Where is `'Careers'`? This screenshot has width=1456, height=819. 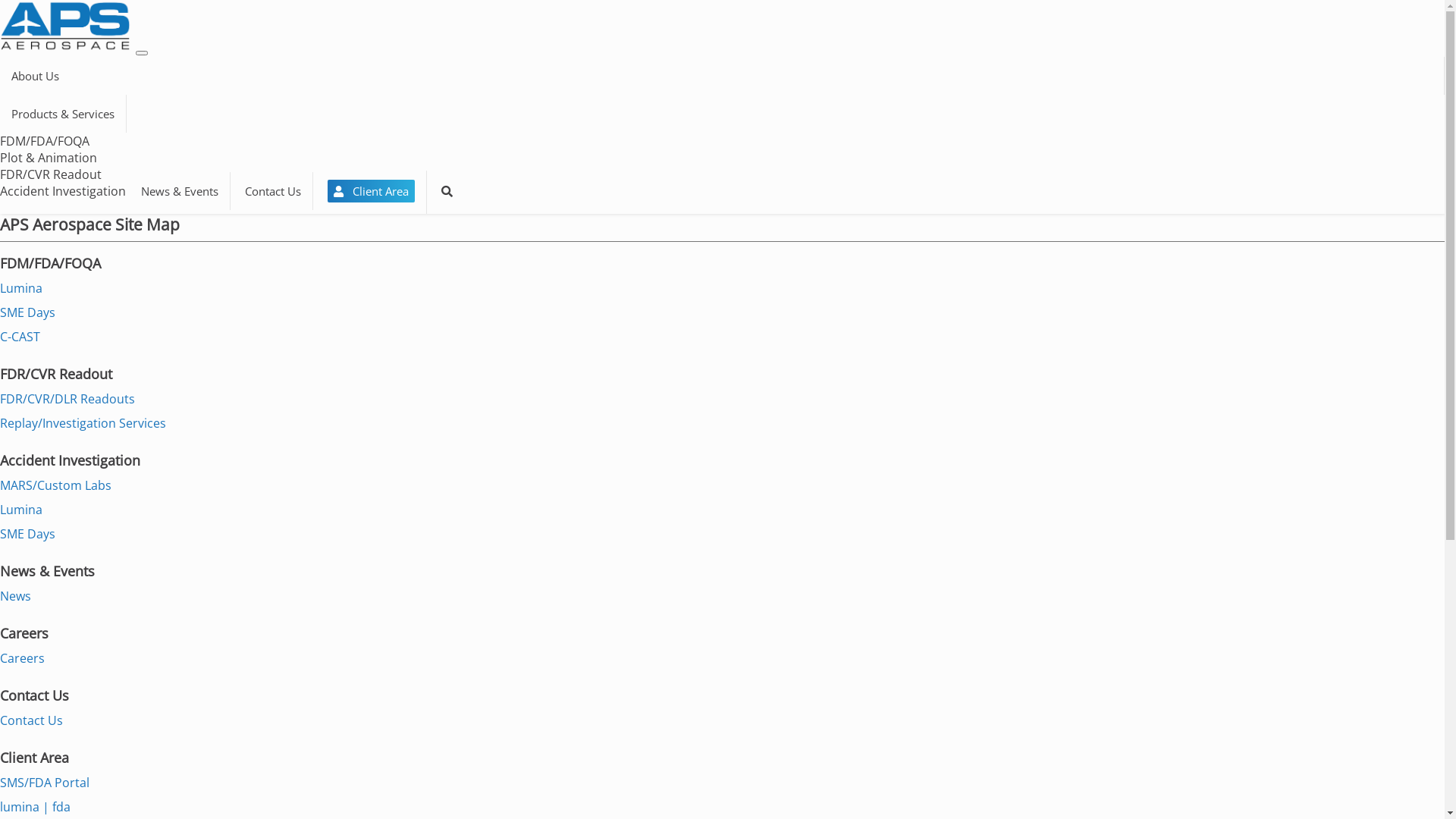 'Careers' is located at coordinates (22, 657).